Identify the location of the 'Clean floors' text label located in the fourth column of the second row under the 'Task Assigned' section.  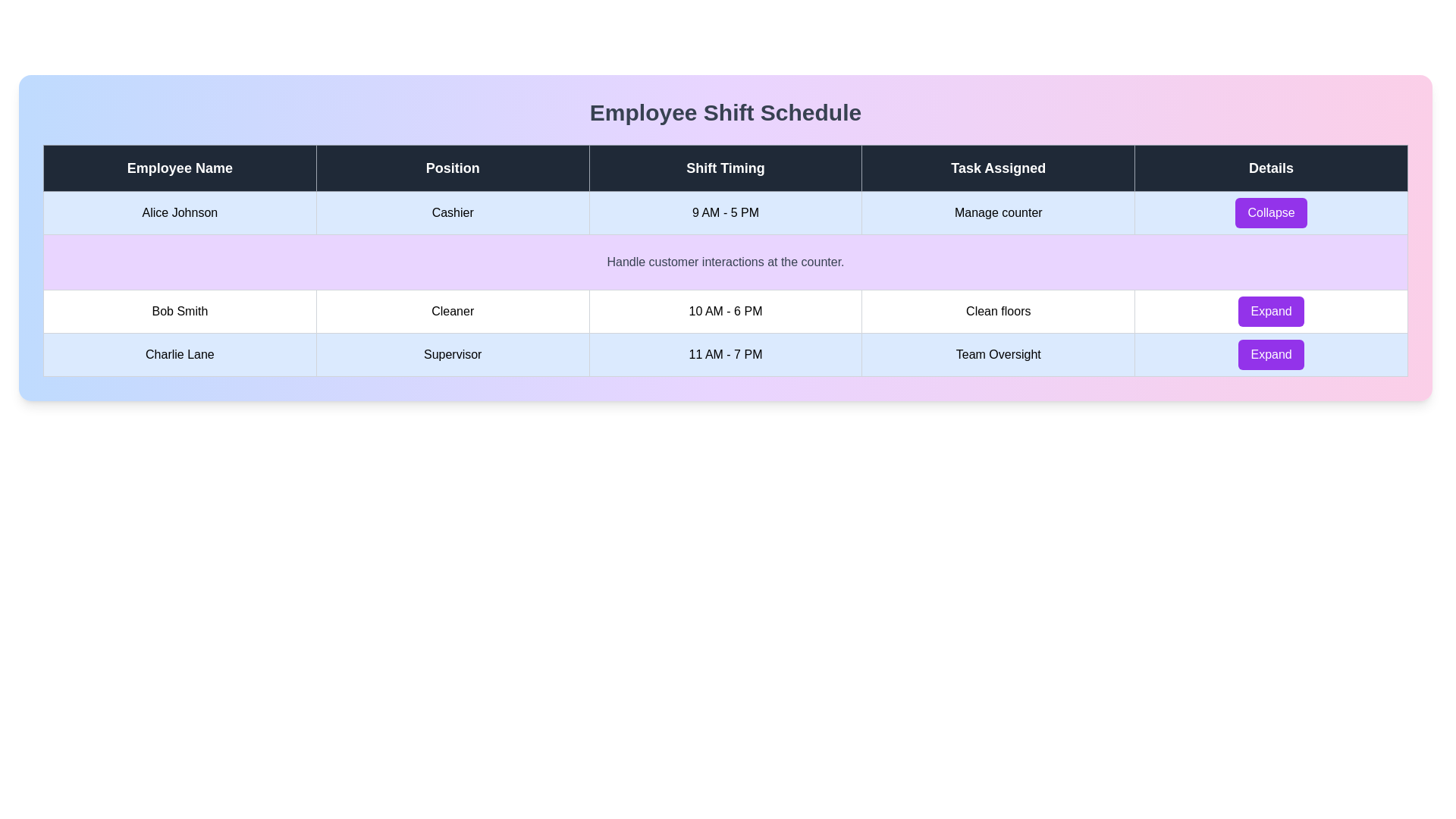
(998, 311).